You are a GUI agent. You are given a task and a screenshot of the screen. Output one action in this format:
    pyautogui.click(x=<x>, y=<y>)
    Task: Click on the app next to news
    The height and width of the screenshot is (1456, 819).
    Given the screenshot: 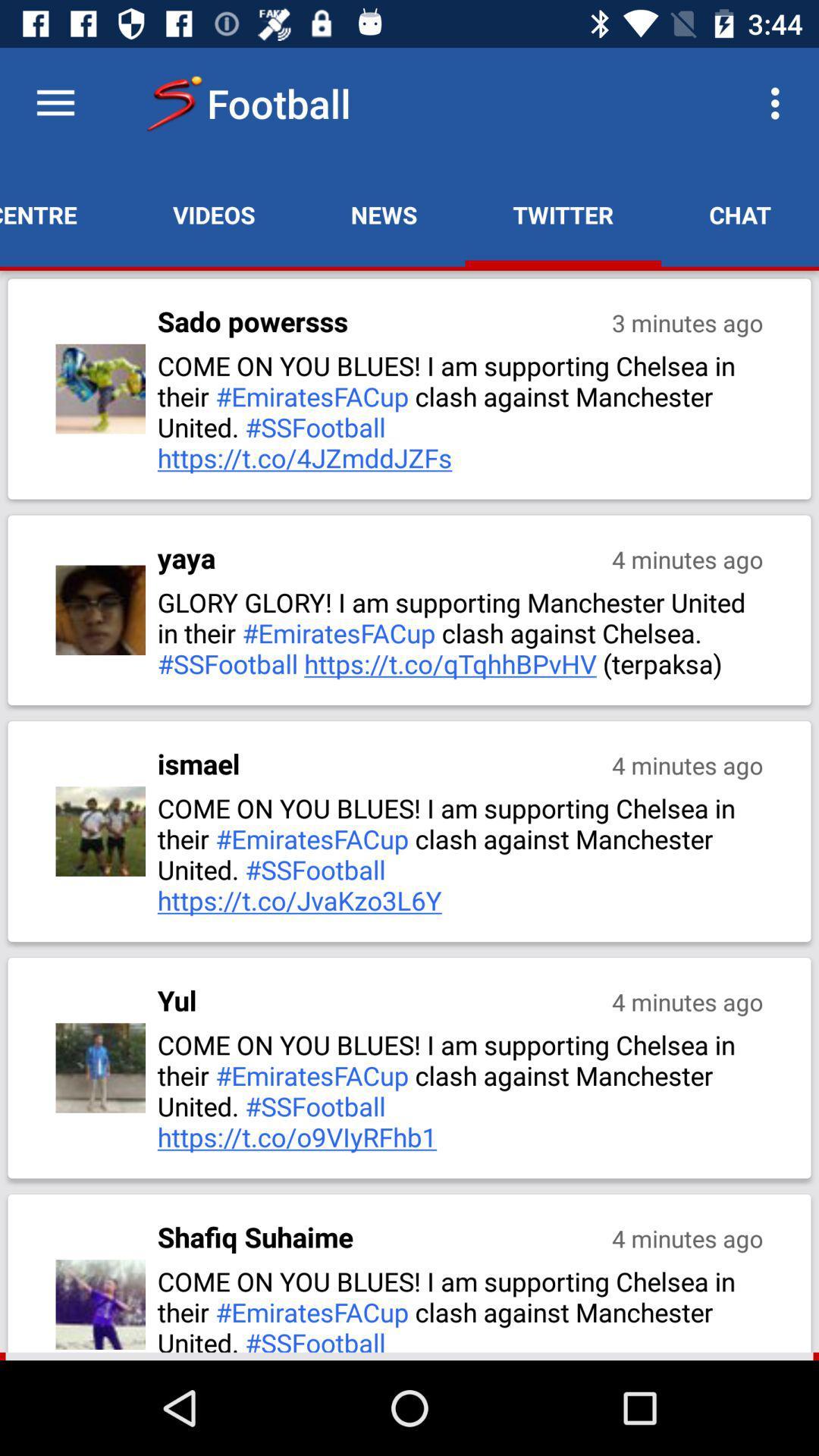 What is the action you would take?
    pyautogui.click(x=214, y=214)
    